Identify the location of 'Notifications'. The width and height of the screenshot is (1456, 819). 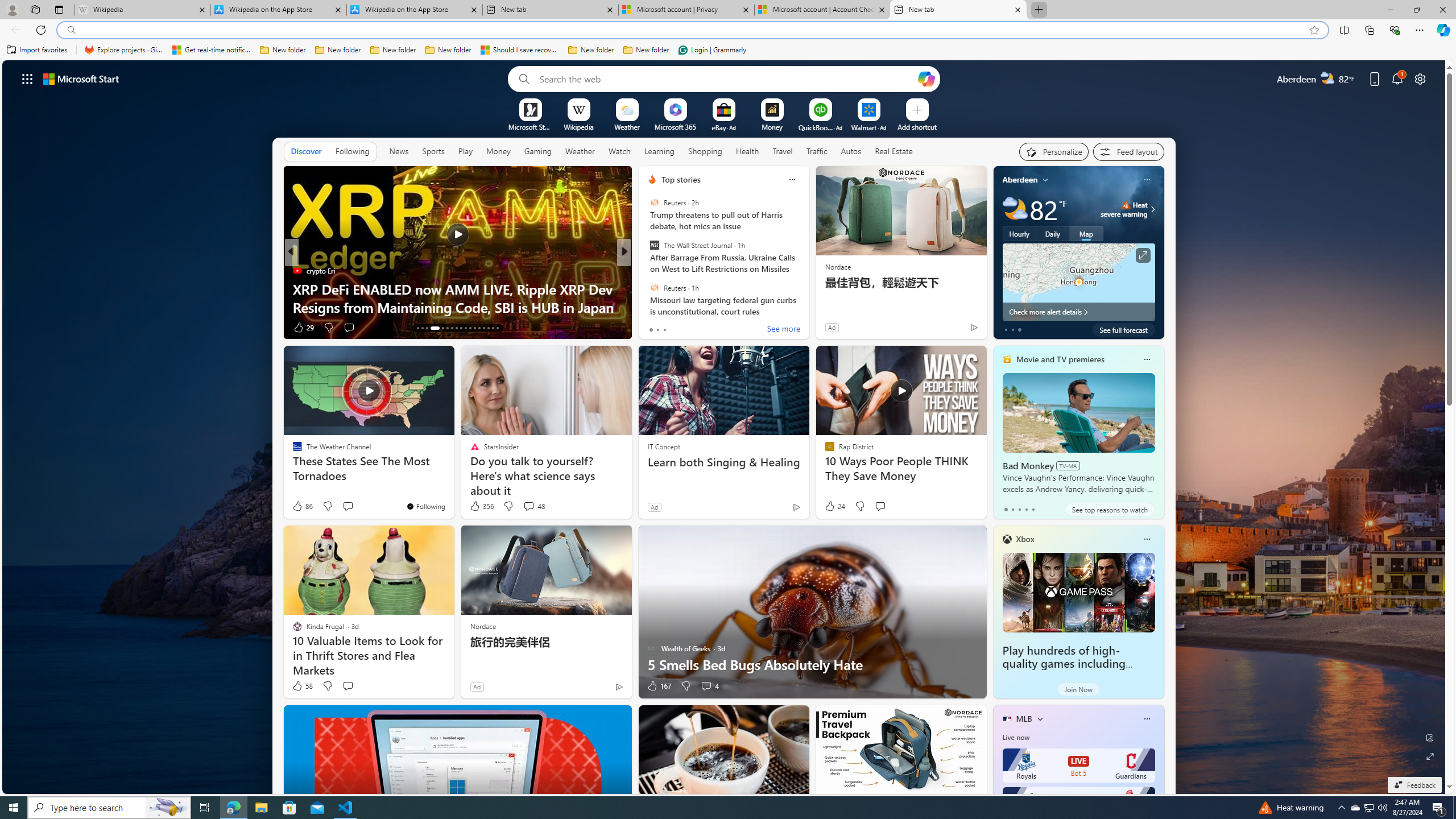
(1397, 78).